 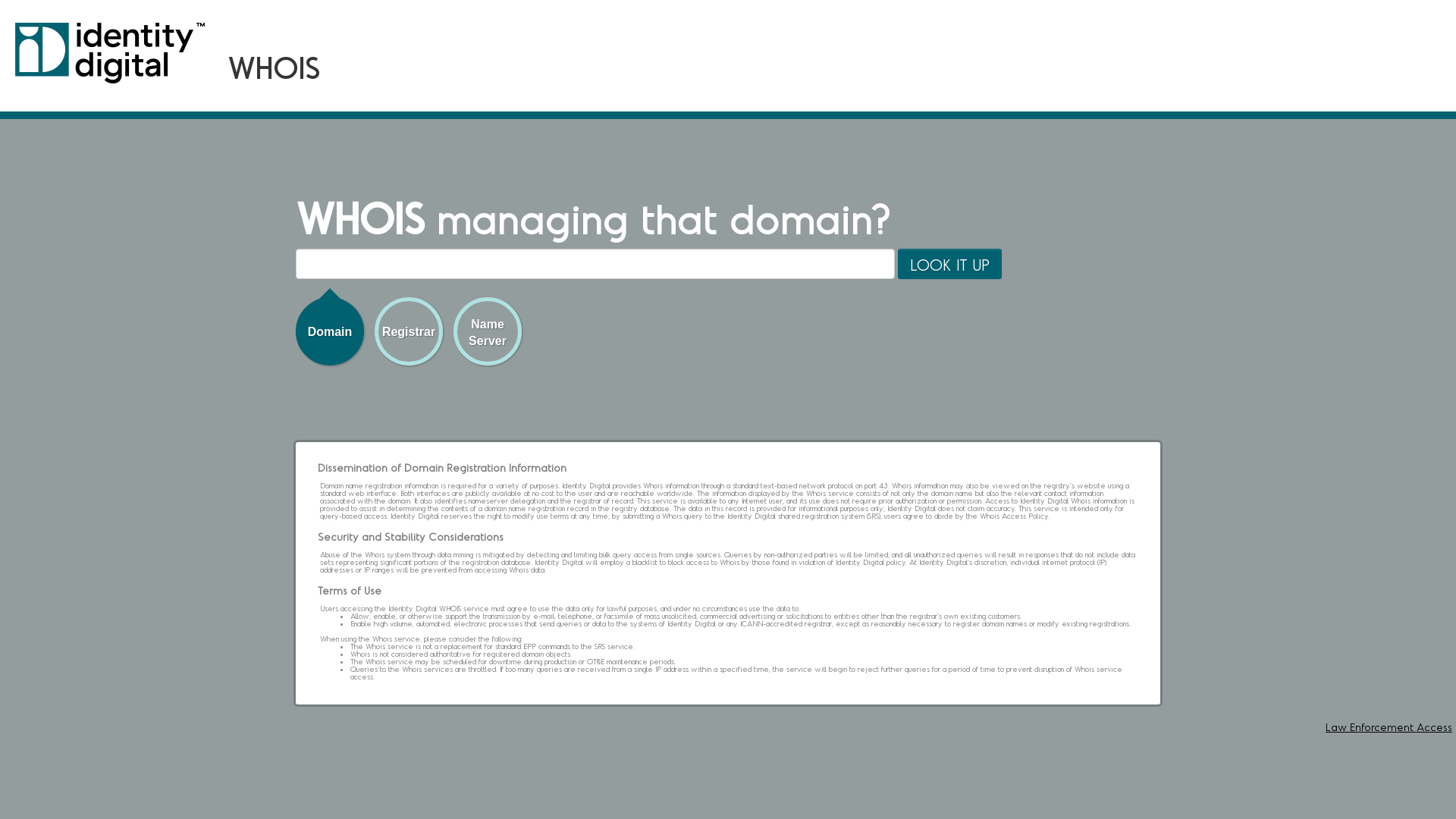 I want to click on 'Law Enforcement Access', so click(x=1389, y=726).